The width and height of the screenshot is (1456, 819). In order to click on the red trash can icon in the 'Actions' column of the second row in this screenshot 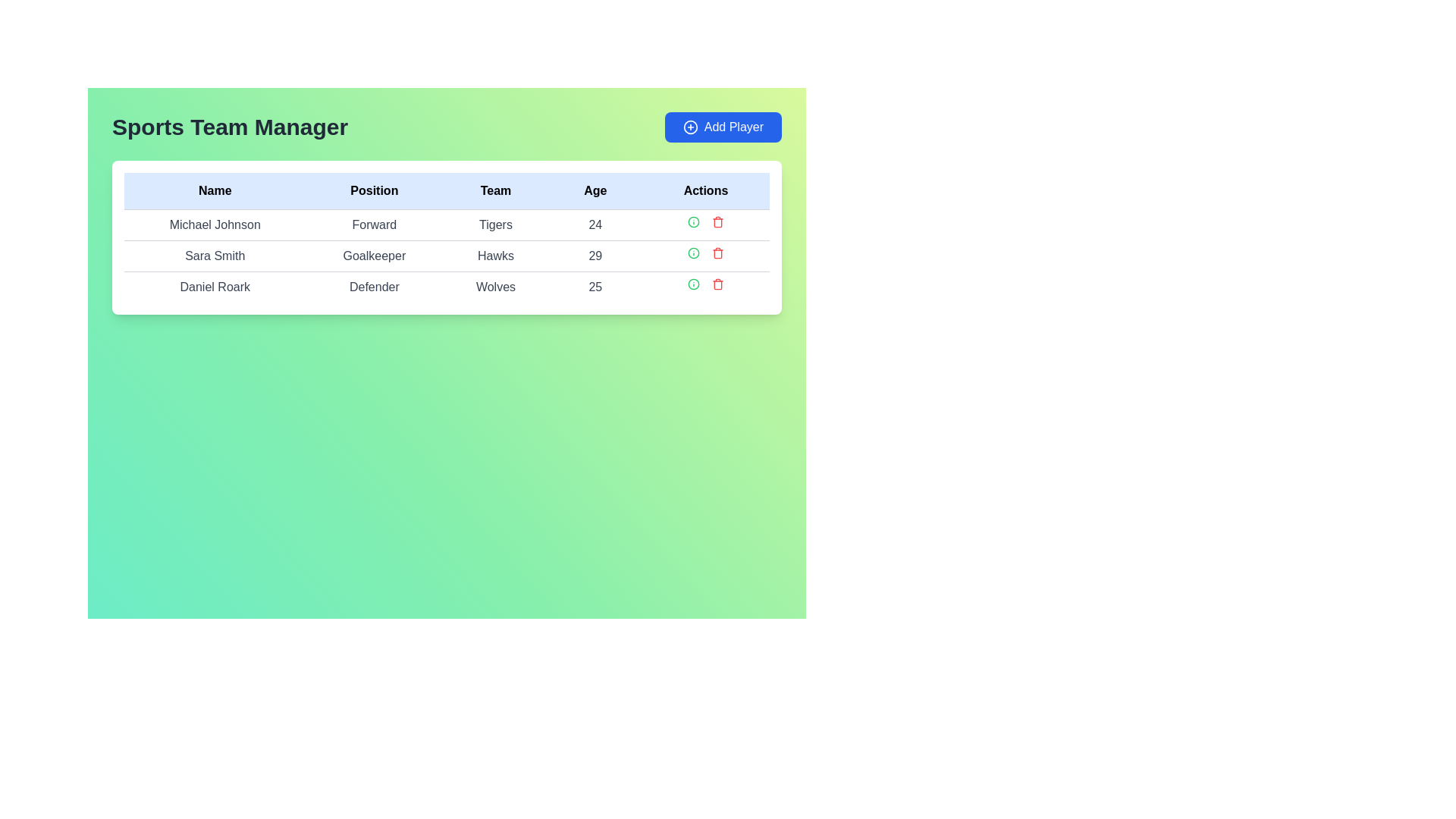, I will do `click(717, 253)`.